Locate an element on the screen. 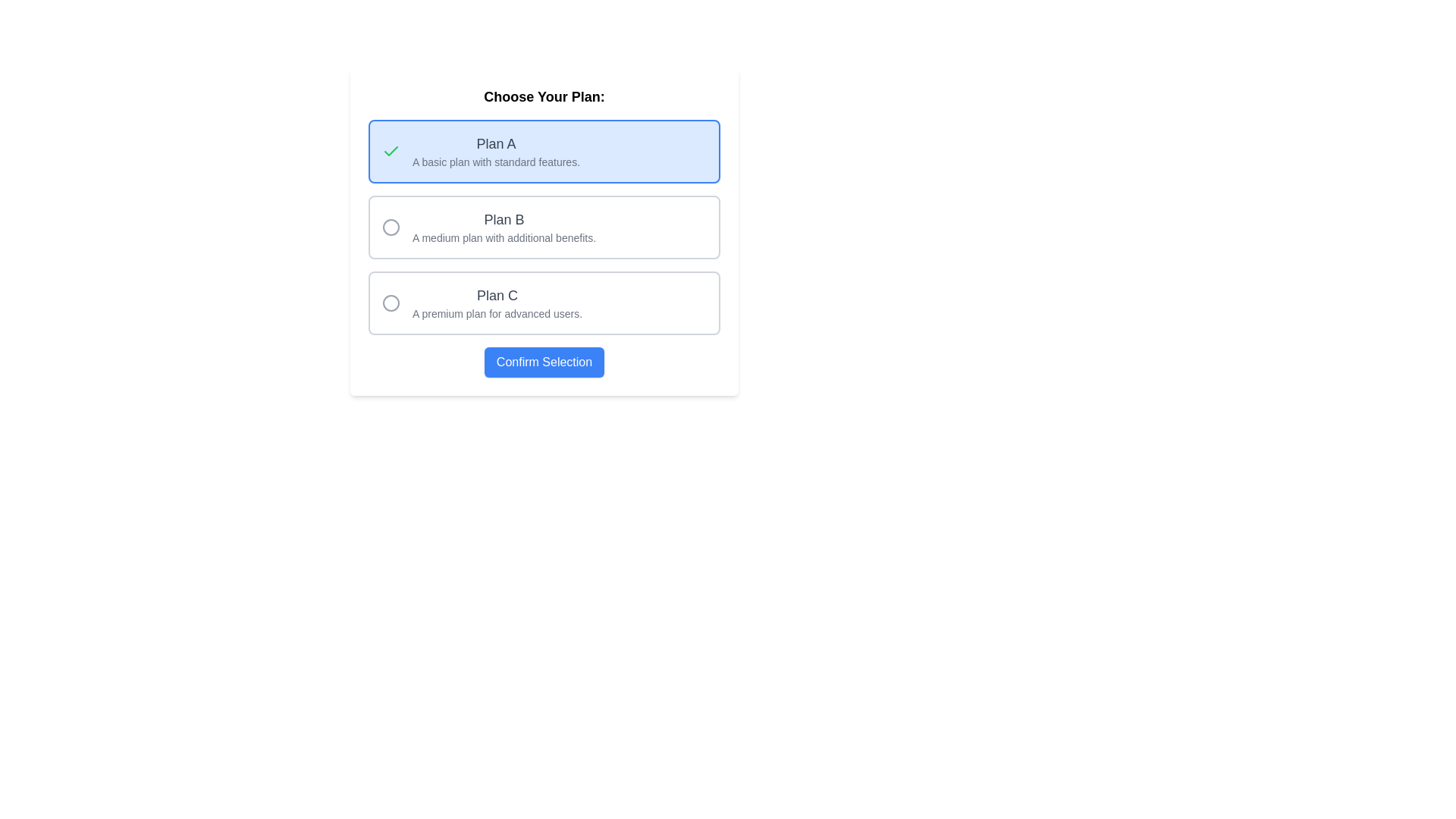 The image size is (1456, 819). the title heading for the 'Plan C' option in the selection interface, which is located above the description text and to the right of an unselected radio button is located at coordinates (497, 295).